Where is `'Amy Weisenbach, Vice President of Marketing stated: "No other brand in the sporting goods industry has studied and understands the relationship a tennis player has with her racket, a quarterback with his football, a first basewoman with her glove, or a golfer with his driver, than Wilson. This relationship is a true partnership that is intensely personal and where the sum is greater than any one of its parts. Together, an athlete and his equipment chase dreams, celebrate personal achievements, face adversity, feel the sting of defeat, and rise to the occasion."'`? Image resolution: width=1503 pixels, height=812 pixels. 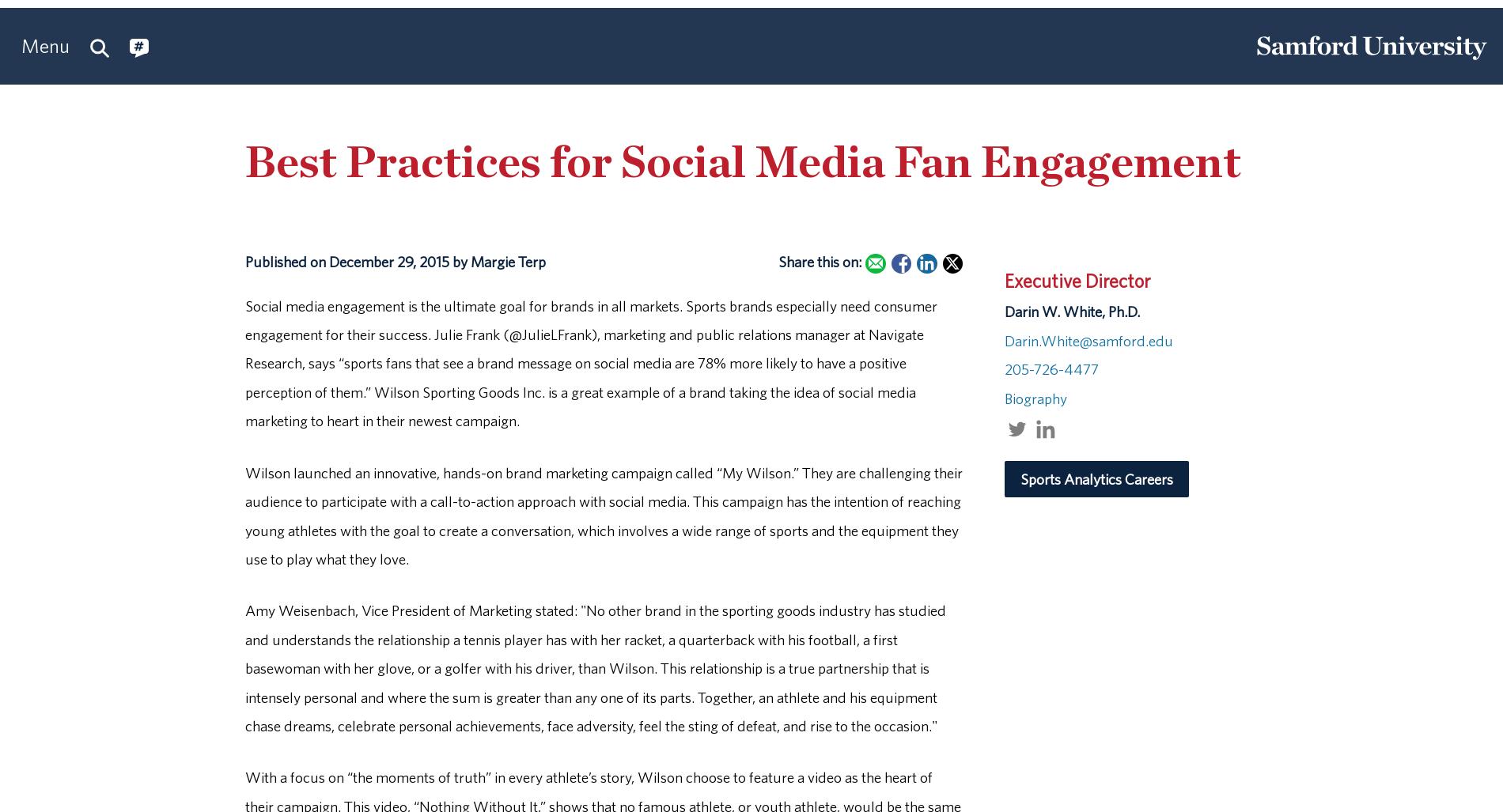
'Amy Weisenbach, Vice President of Marketing stated: "No other brand in the sporting goods industry has studied and understands the relationship a tennis player has with her racket, a quarterback with his football, a first basewoman with her glove, or a golfer with his driver, than Wilson. This relationship is a true partnership that is intensely personal and where the sum is greater than any one of its parts. Together, an athlete and his equipment chase dreams, celebrate personal achievements, face adversity, feel the sting of defeat, and rise to the occasion."' is located at coordinates (594, 668).